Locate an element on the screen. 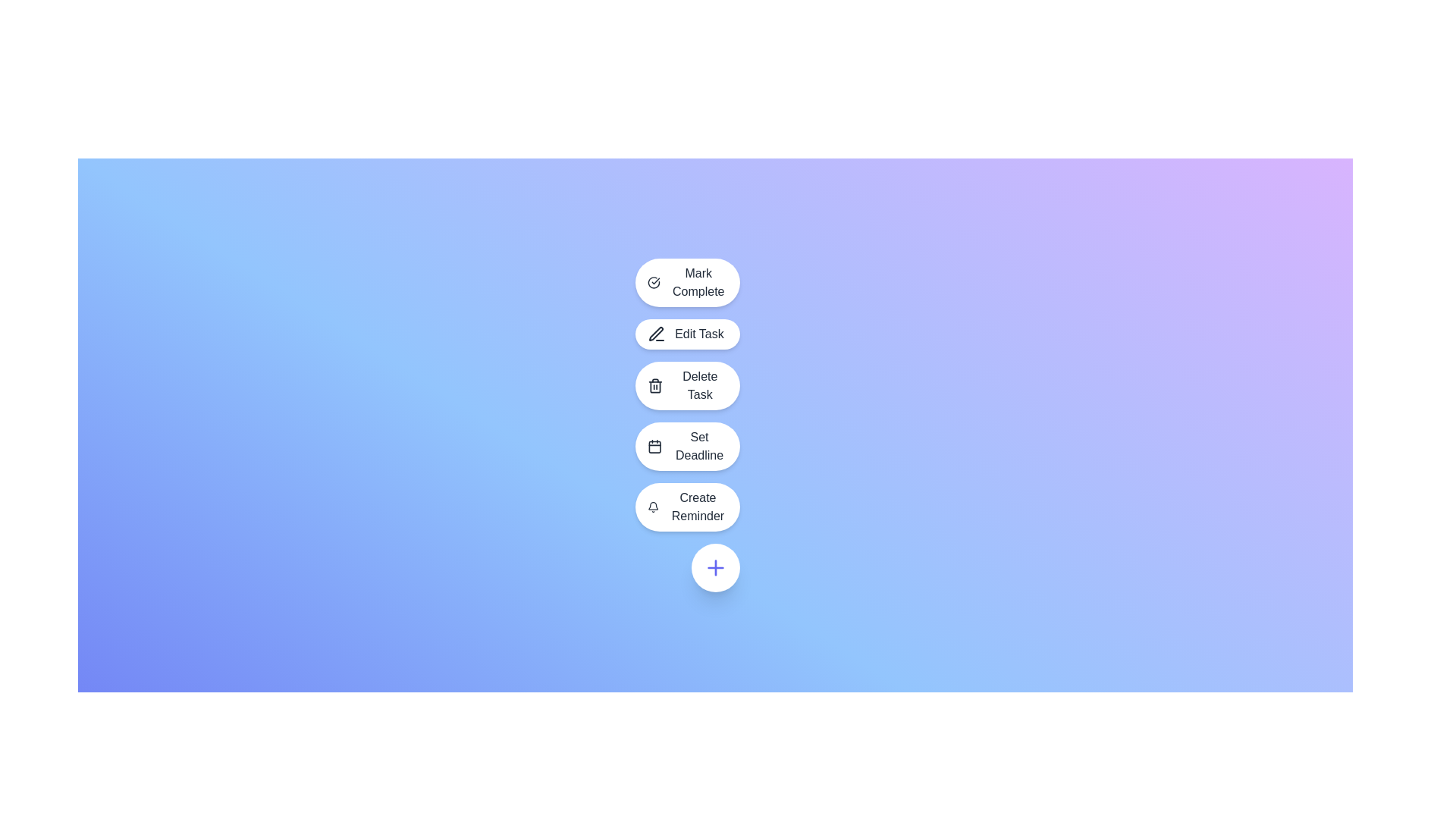 This screenshot has width=1456, height=819. the interactive button located at the bottom of the vertical list, which serves the purpose of adding a new task or item is located at coordinates (714, 567).